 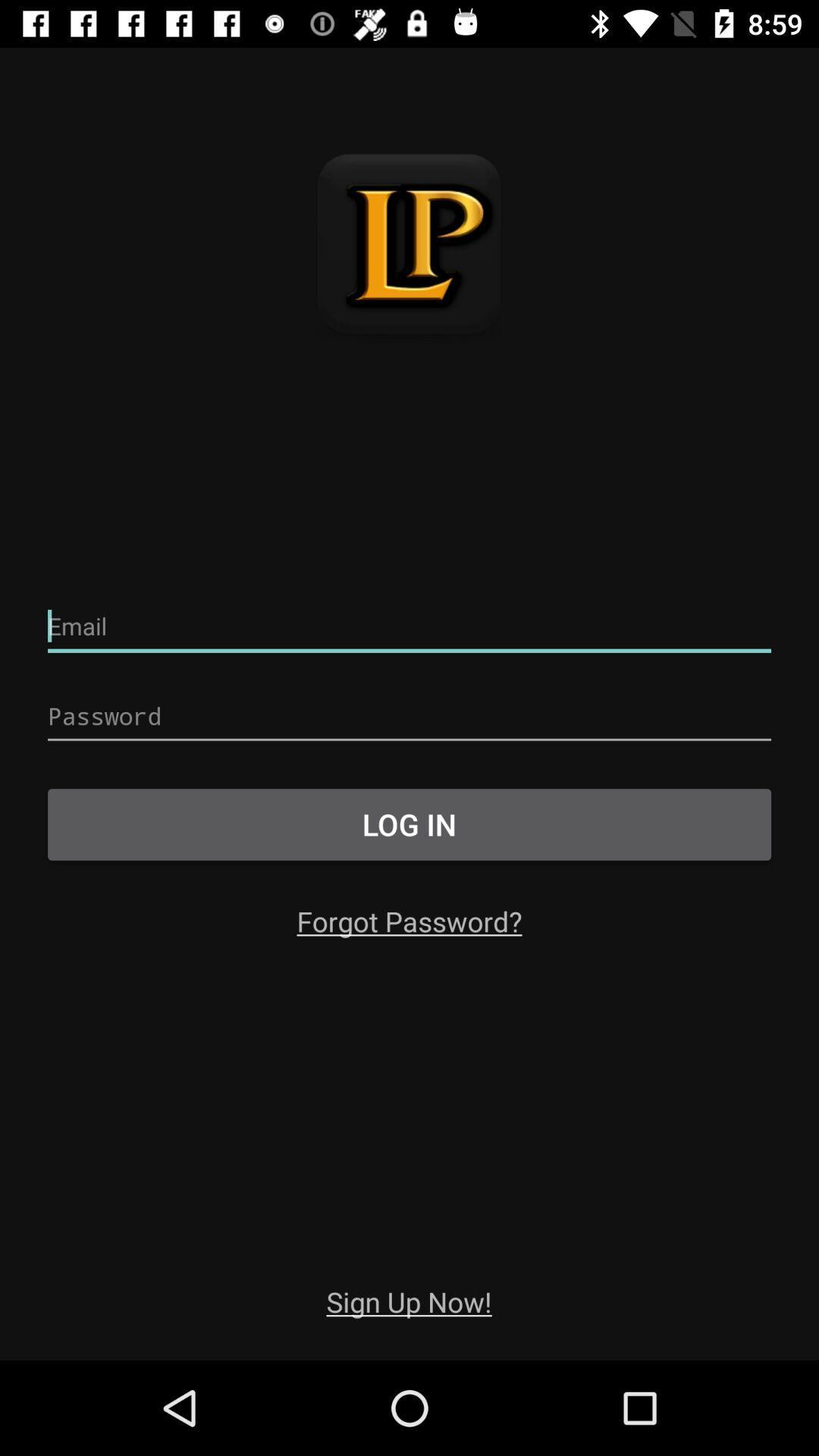 I want to click on type email, so click(x=409, y=626).